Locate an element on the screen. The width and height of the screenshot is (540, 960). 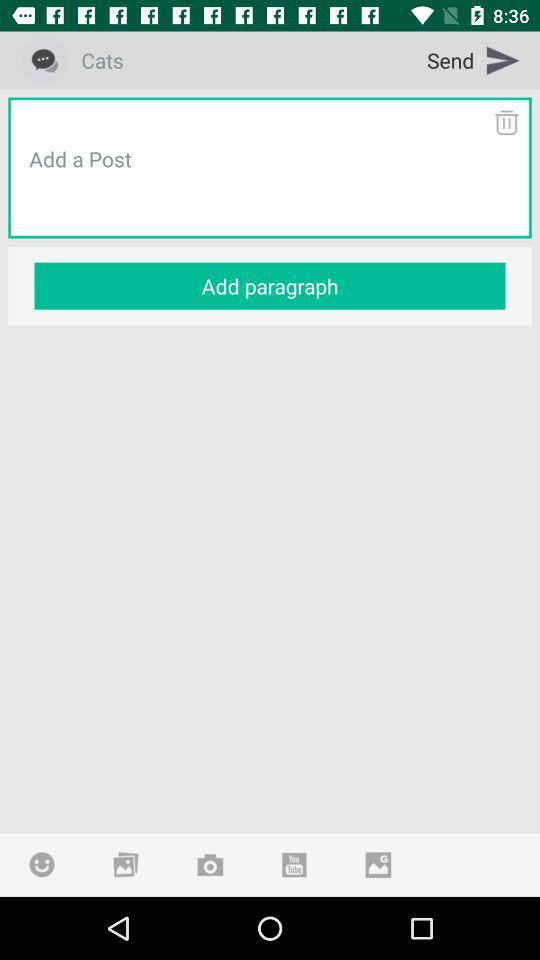
post is located at coordinates (270, 183).